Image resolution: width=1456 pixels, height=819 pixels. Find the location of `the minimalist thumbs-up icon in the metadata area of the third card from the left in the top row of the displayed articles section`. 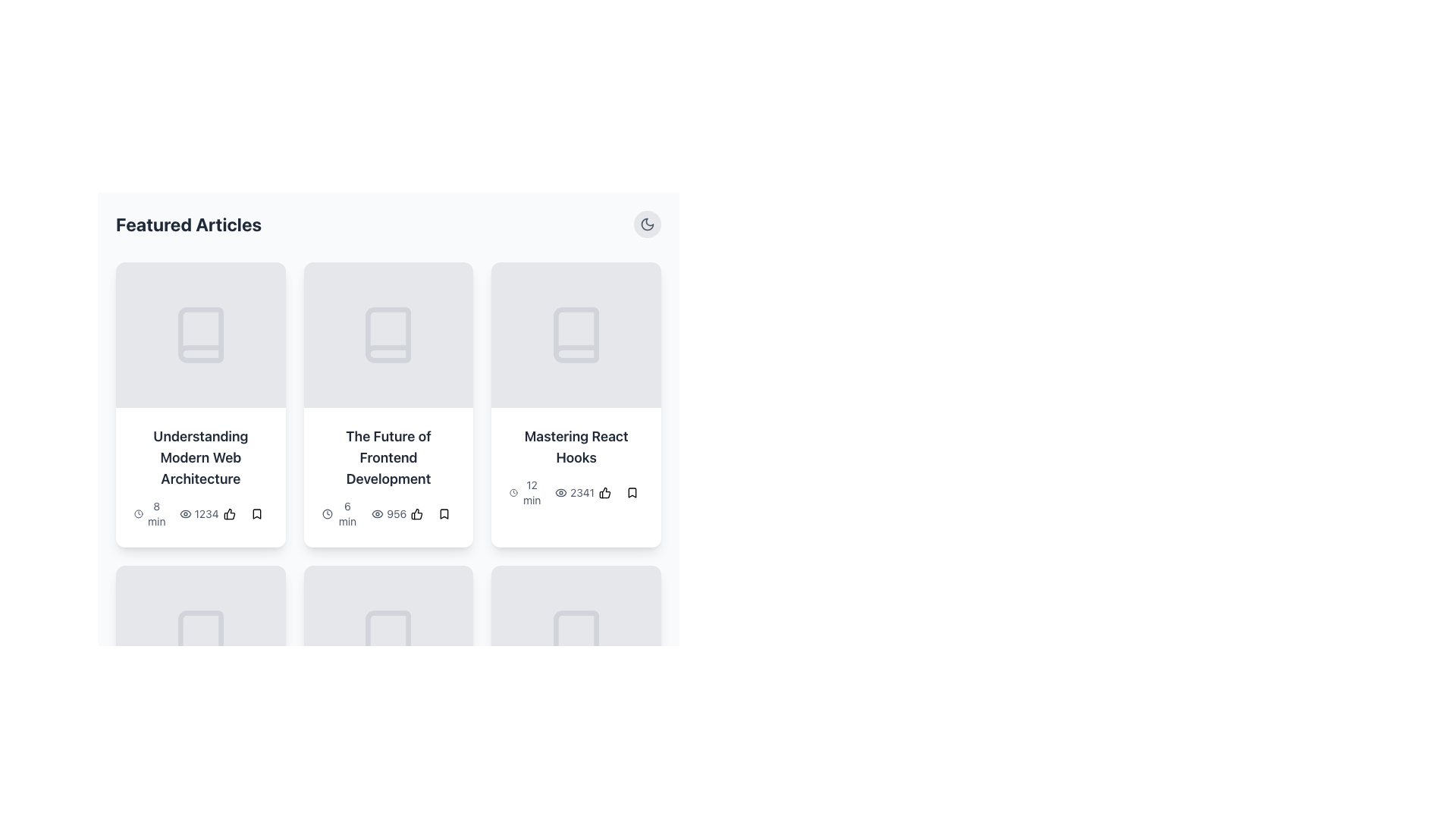

the minimalist thumbs-up icon in the metadata area of the third card from the left in the top row of the displayed articles section is located at coordinates (228, 513).